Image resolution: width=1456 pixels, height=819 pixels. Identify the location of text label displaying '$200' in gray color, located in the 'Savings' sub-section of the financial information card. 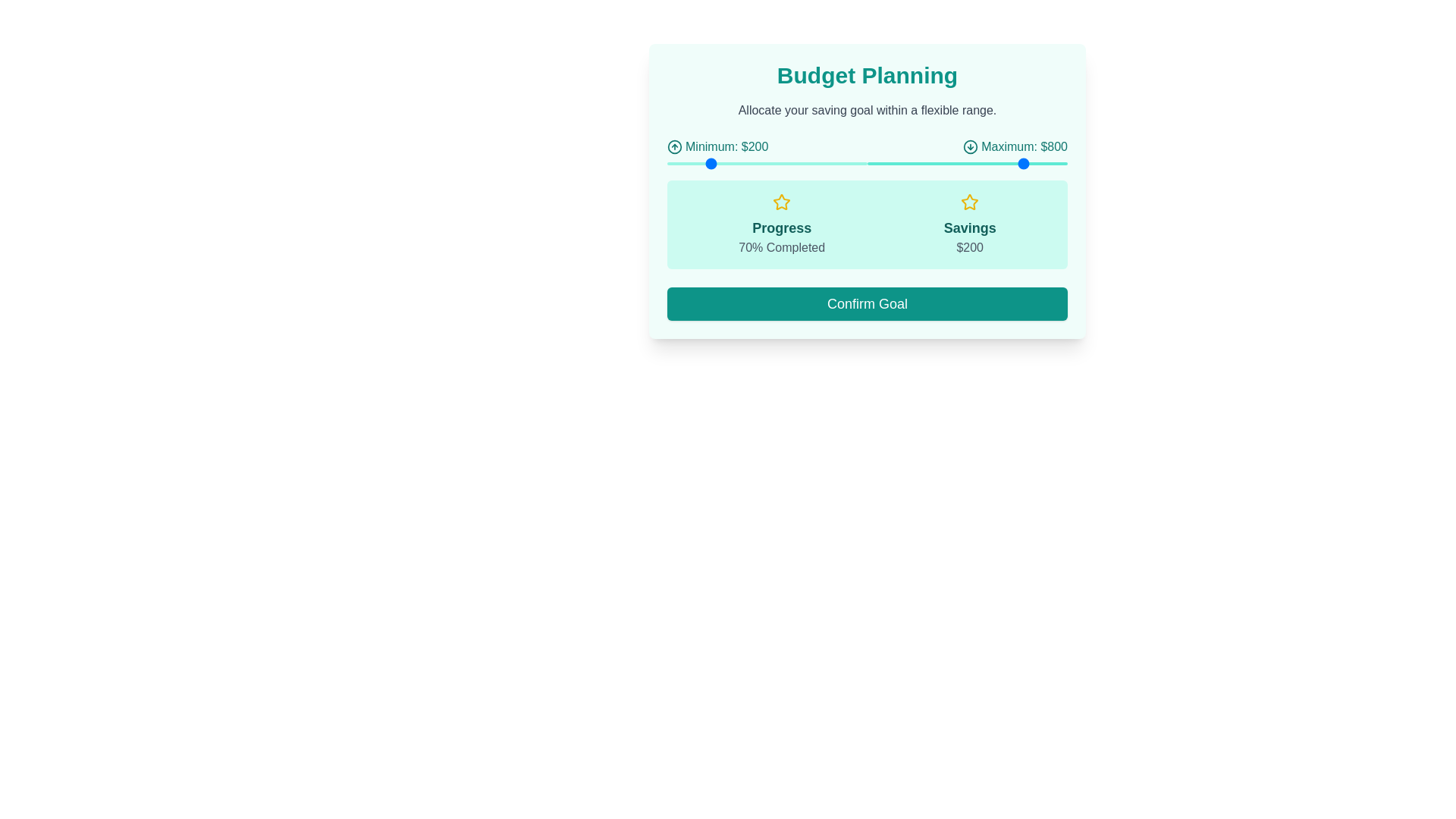
(969, 246).